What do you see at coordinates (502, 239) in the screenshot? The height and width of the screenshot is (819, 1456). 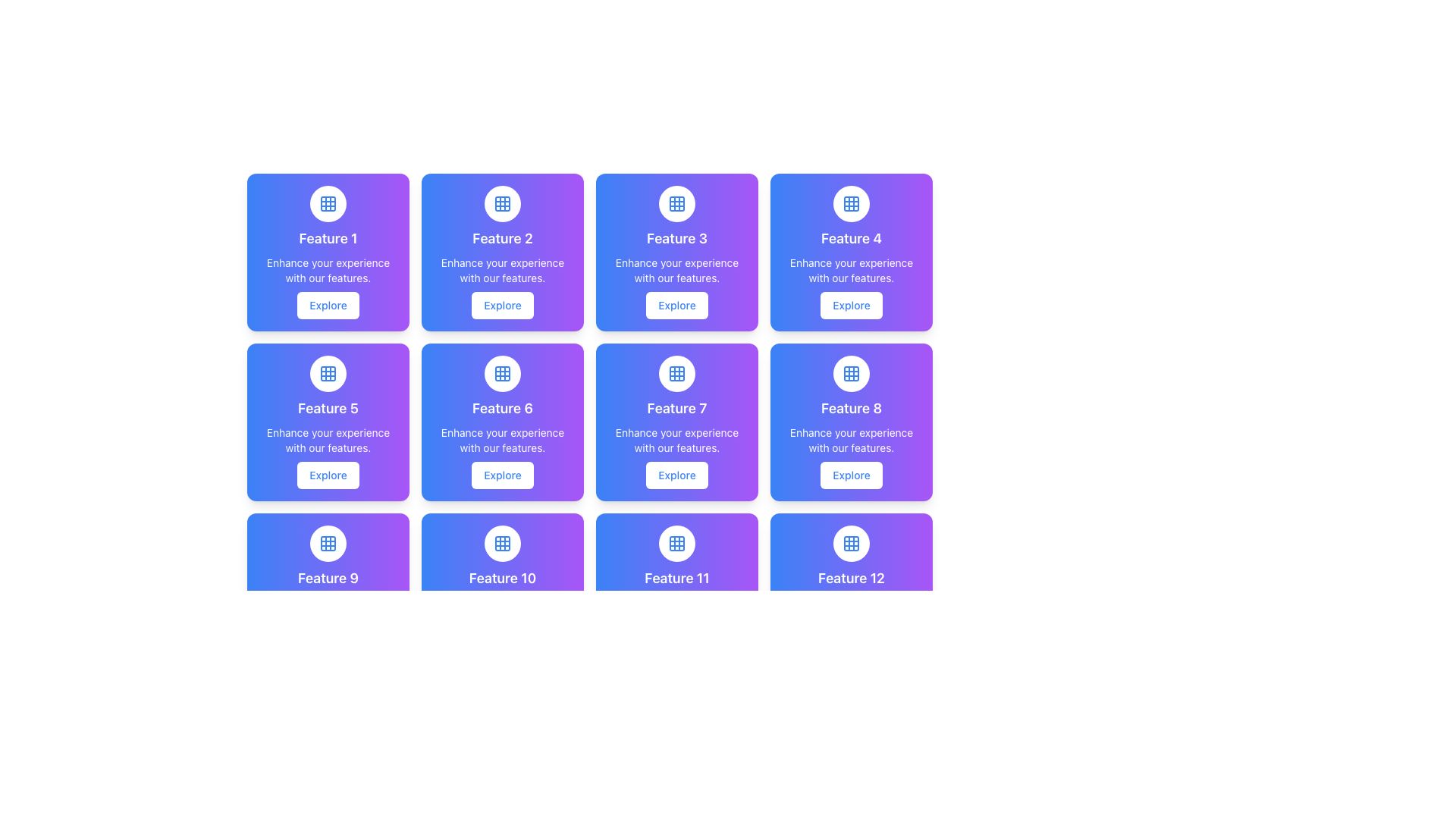 I see `the Text Label that identifies the feature represented by the second card in the first row of the grid layout` at bounding box center [502, 239].